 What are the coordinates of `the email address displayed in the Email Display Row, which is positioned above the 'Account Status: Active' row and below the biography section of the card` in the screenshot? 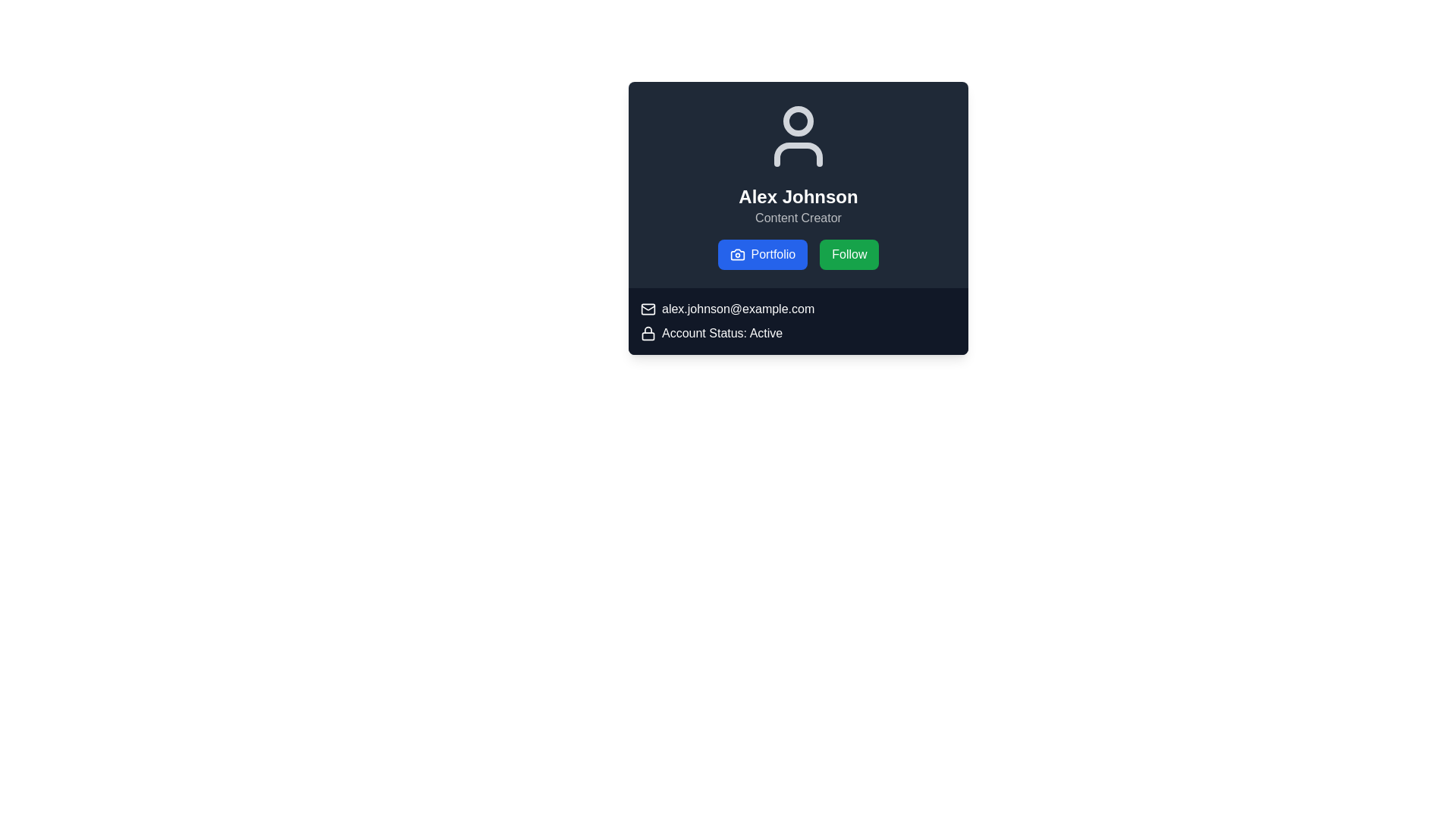 It's located at (797, 309).